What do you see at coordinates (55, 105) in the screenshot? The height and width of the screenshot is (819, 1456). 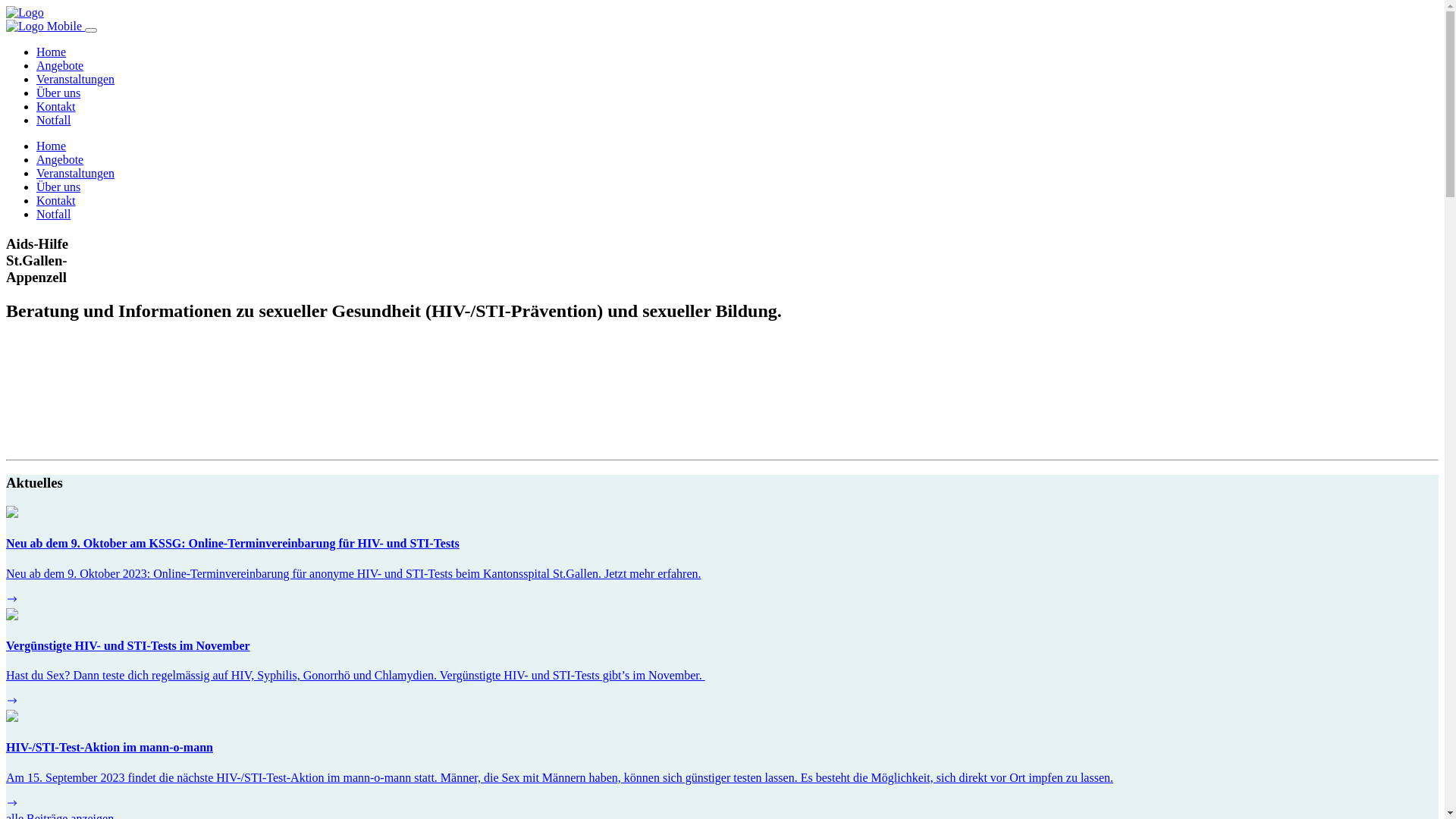 I see `'Kontakt'` at bounding box center [55, 105].